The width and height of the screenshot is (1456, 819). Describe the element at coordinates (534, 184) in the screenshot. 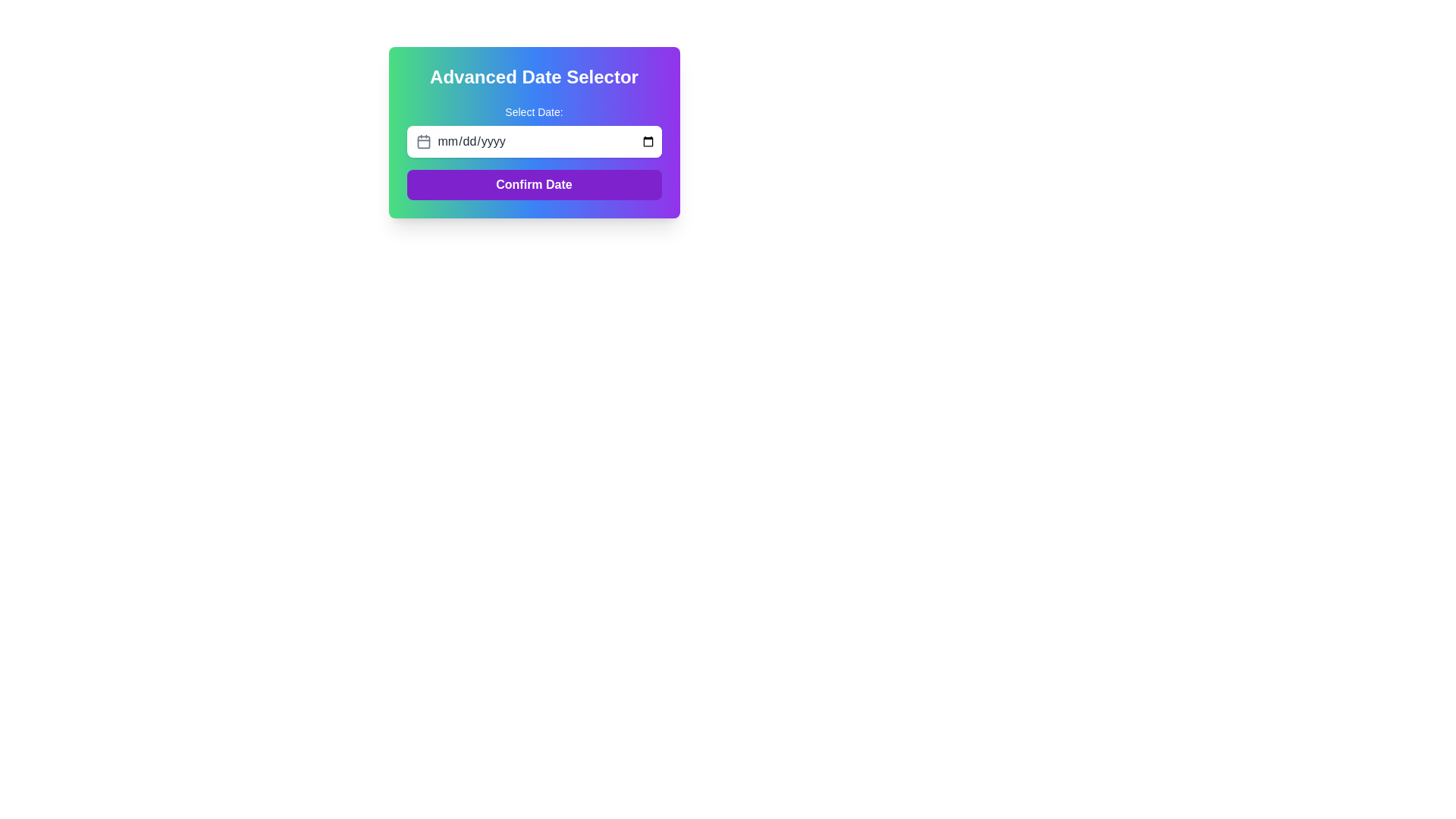

I see `keyboard navigation` at that location.